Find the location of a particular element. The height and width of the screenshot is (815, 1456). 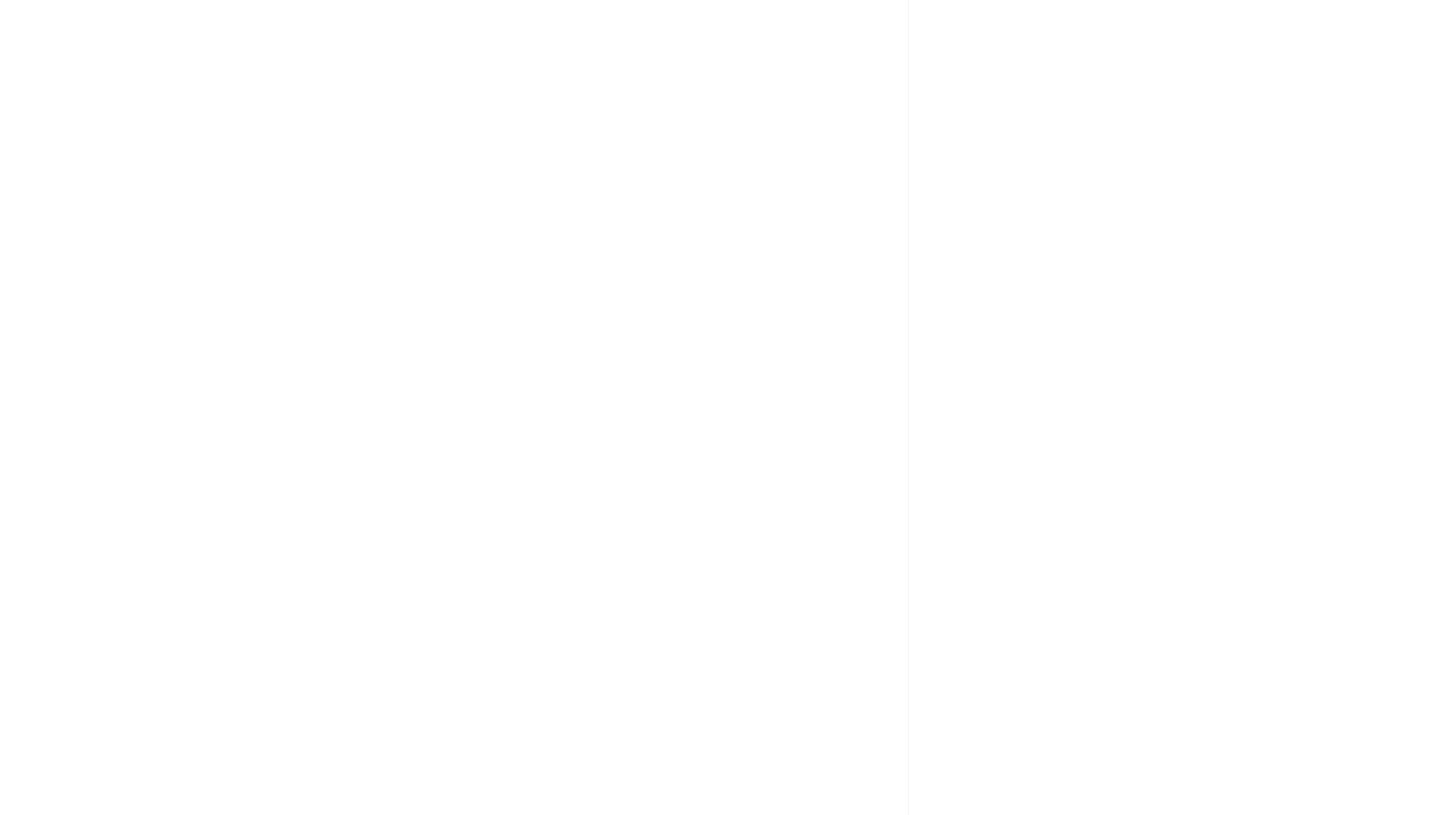

'© 2017 ASHADEEP. All right reserved' is located at coordinates (799, 416).